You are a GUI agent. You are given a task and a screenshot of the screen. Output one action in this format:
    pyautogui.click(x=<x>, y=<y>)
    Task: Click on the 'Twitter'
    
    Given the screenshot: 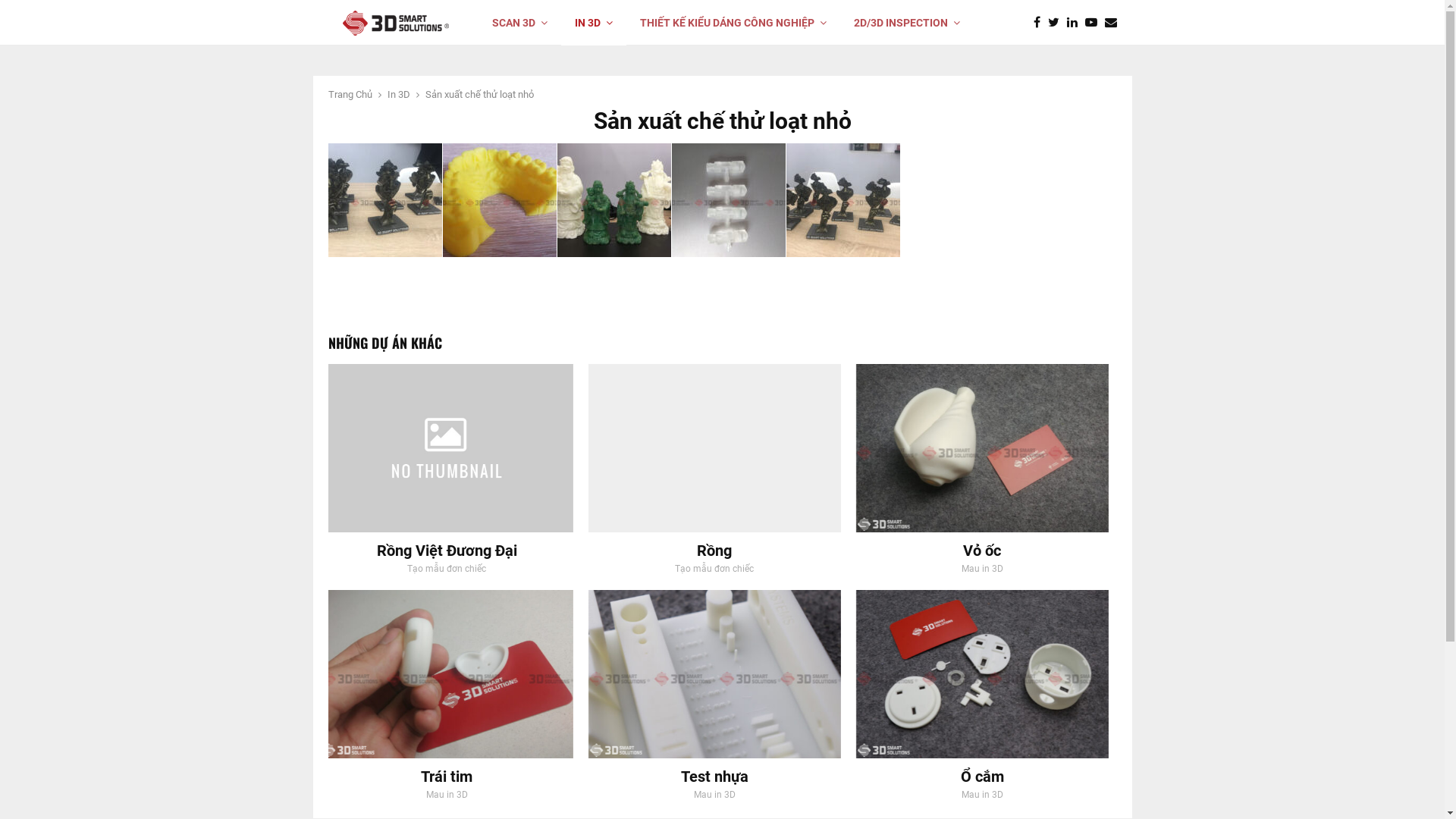 What is the action you would take?
    pyautogui.click(x=1047, y=23)
    